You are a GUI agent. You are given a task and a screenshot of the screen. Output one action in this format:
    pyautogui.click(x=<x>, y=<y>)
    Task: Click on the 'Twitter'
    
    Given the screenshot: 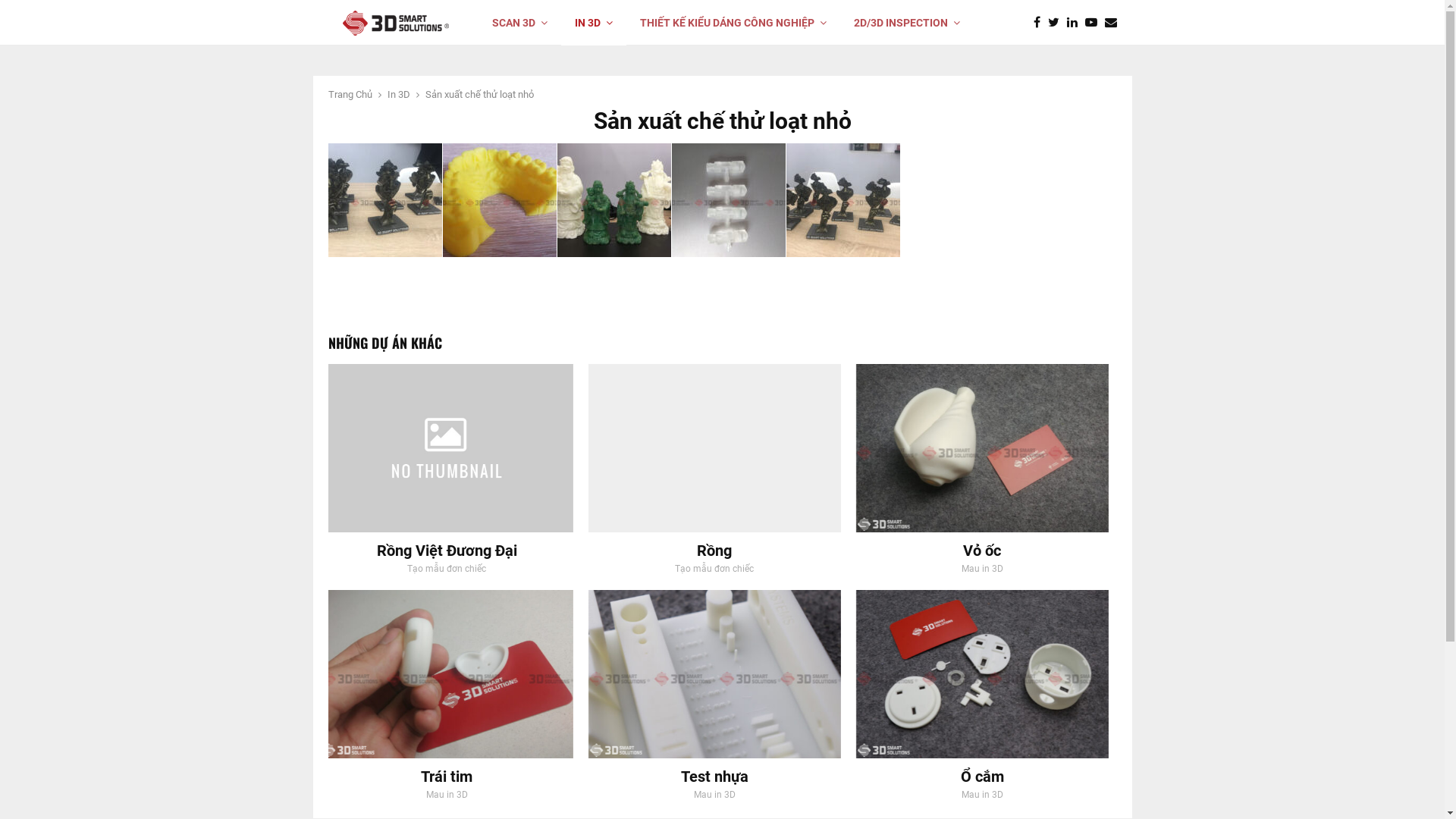 What is the action you would take?
    pyautogui.click(x=1047, y=23)
    